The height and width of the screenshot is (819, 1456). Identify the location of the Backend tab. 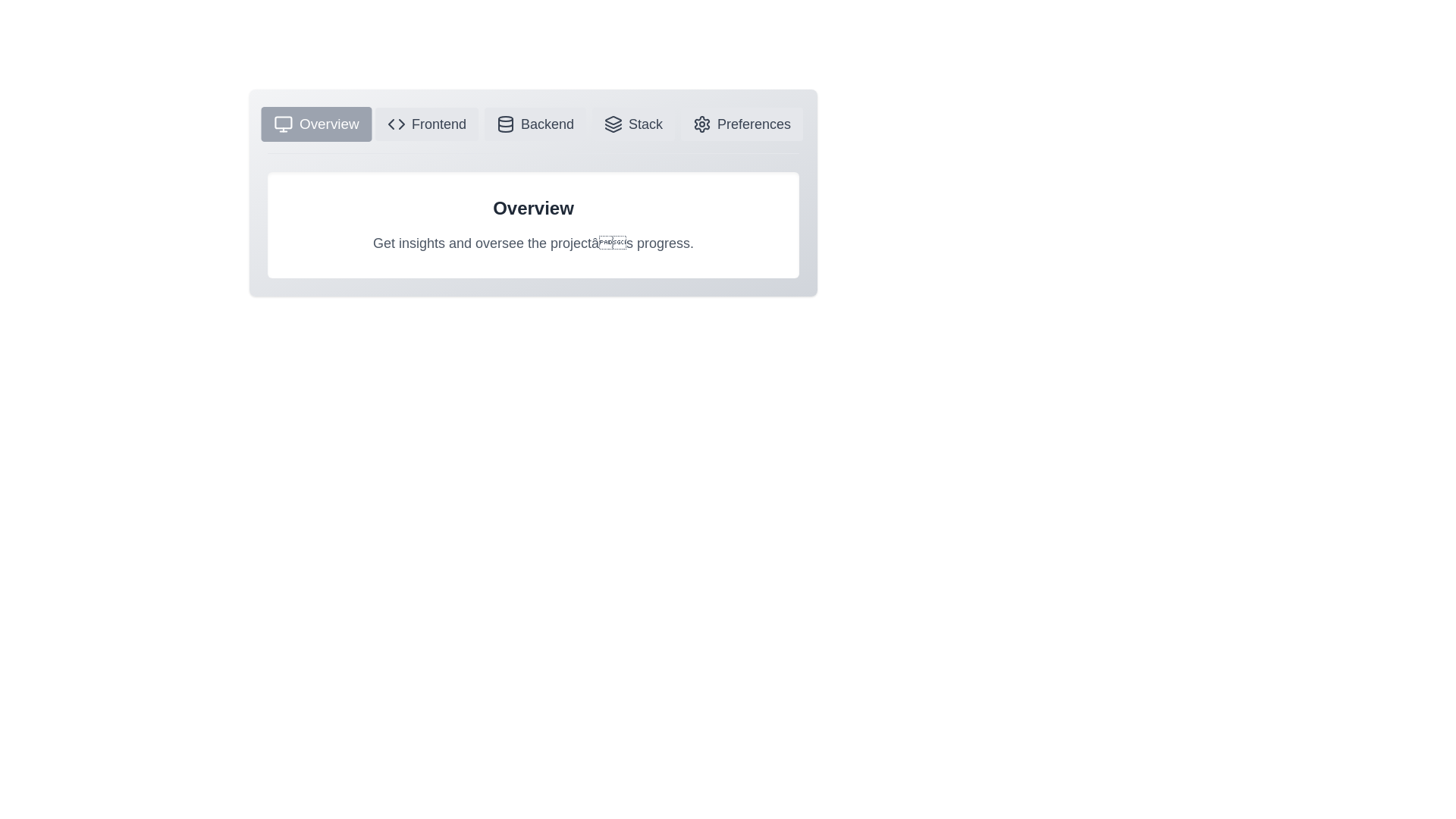
(535, 124).